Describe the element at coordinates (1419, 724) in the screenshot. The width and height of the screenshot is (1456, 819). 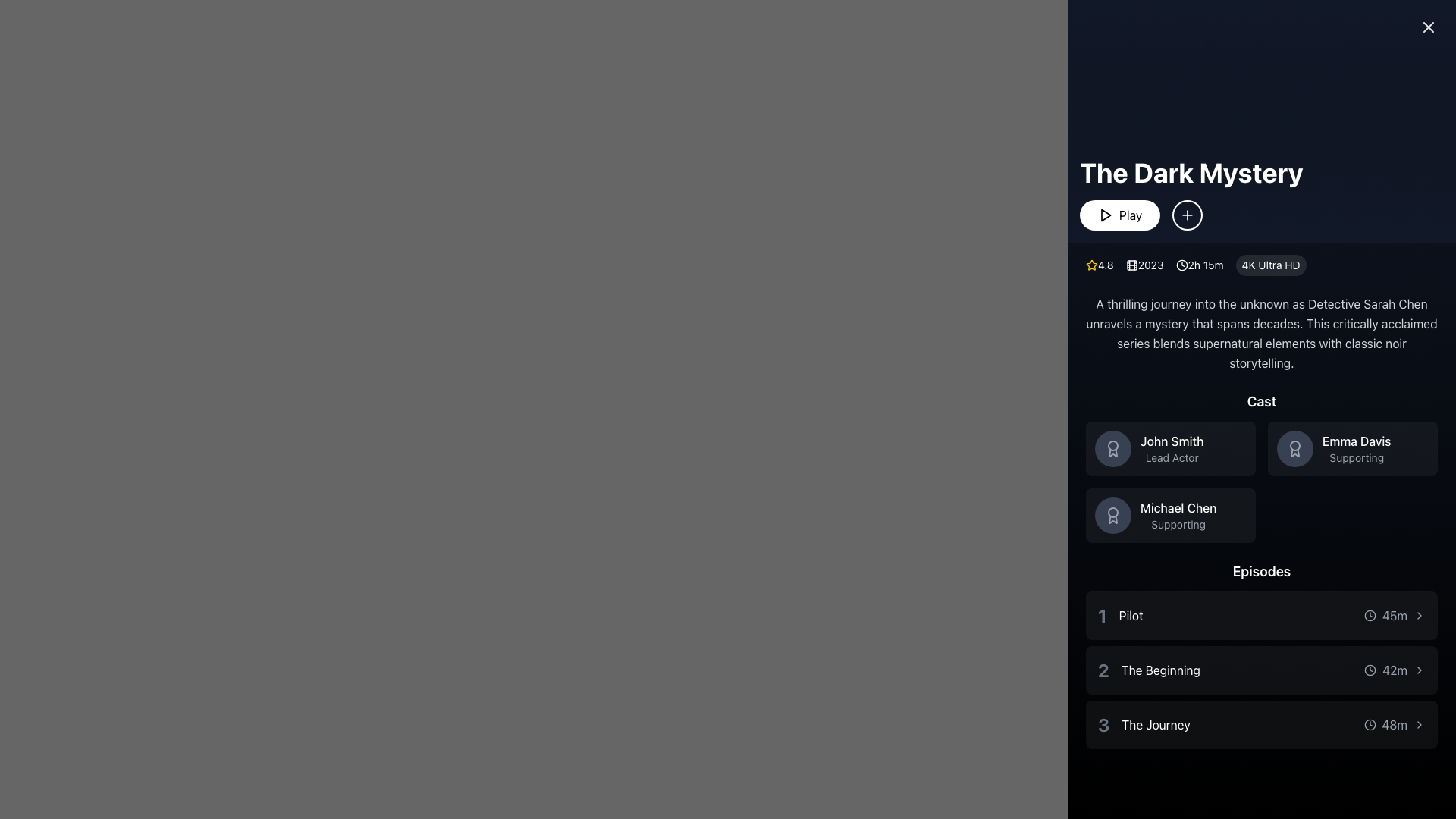
I see `the chevron navigation arrow icon located to the far right of the episode information row for 'The Journey'` at that location.